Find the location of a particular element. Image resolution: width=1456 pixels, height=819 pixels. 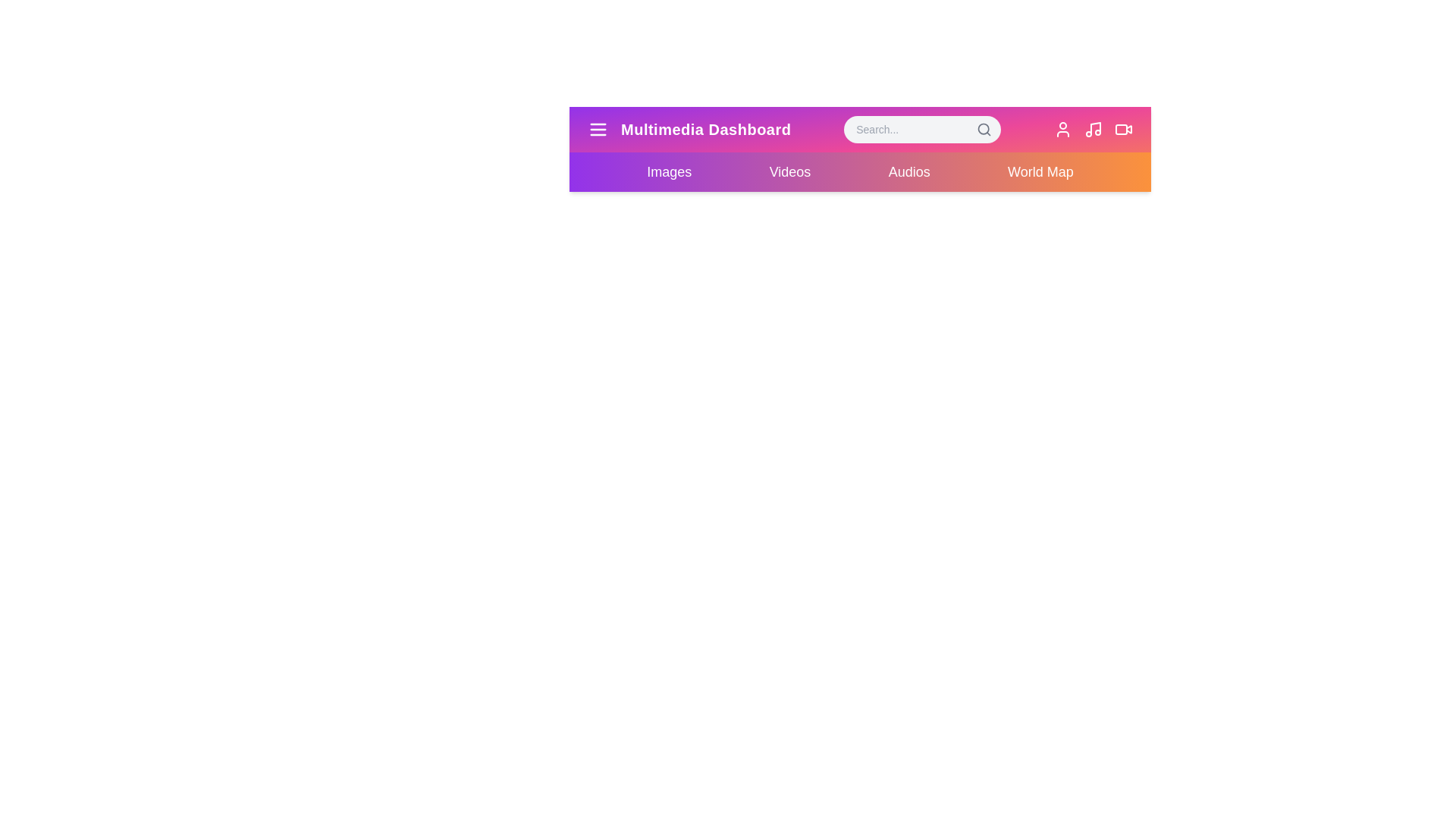

the navigation item Images to navigate to the respective section is located at coordinates (668, 171).